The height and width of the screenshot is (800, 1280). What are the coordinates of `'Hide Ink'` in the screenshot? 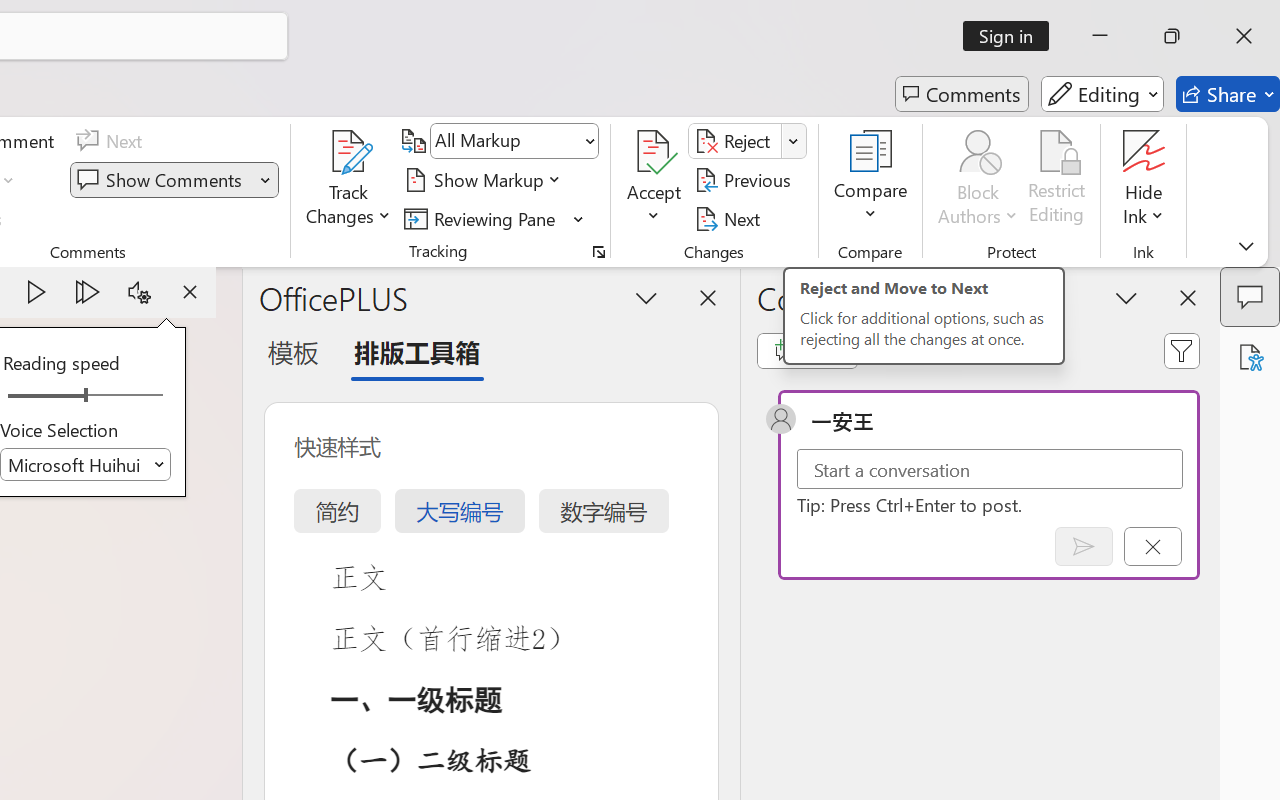 It's located at (1144, 151).